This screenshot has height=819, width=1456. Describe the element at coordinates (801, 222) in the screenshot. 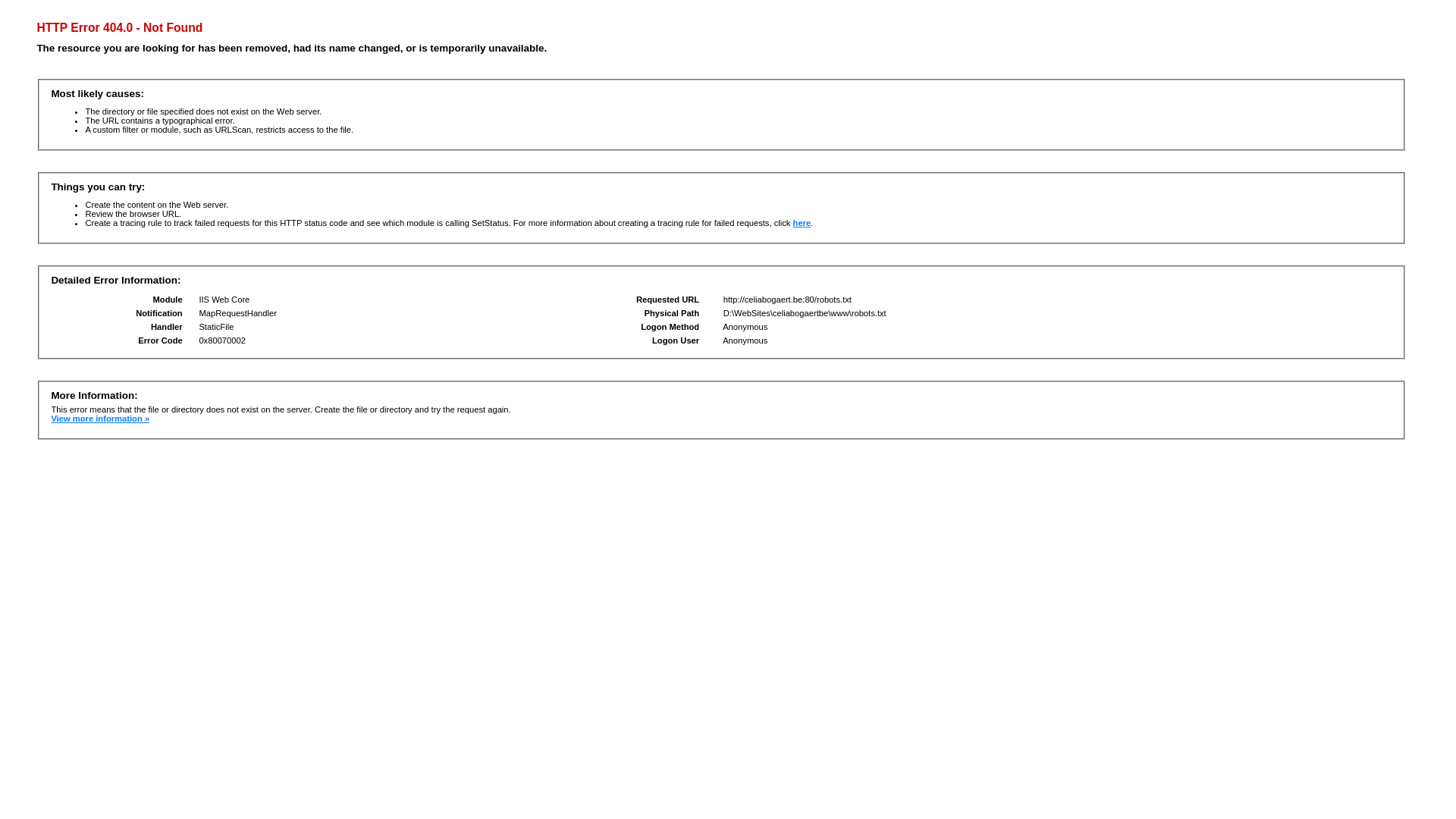

I see `'here'` at that location.